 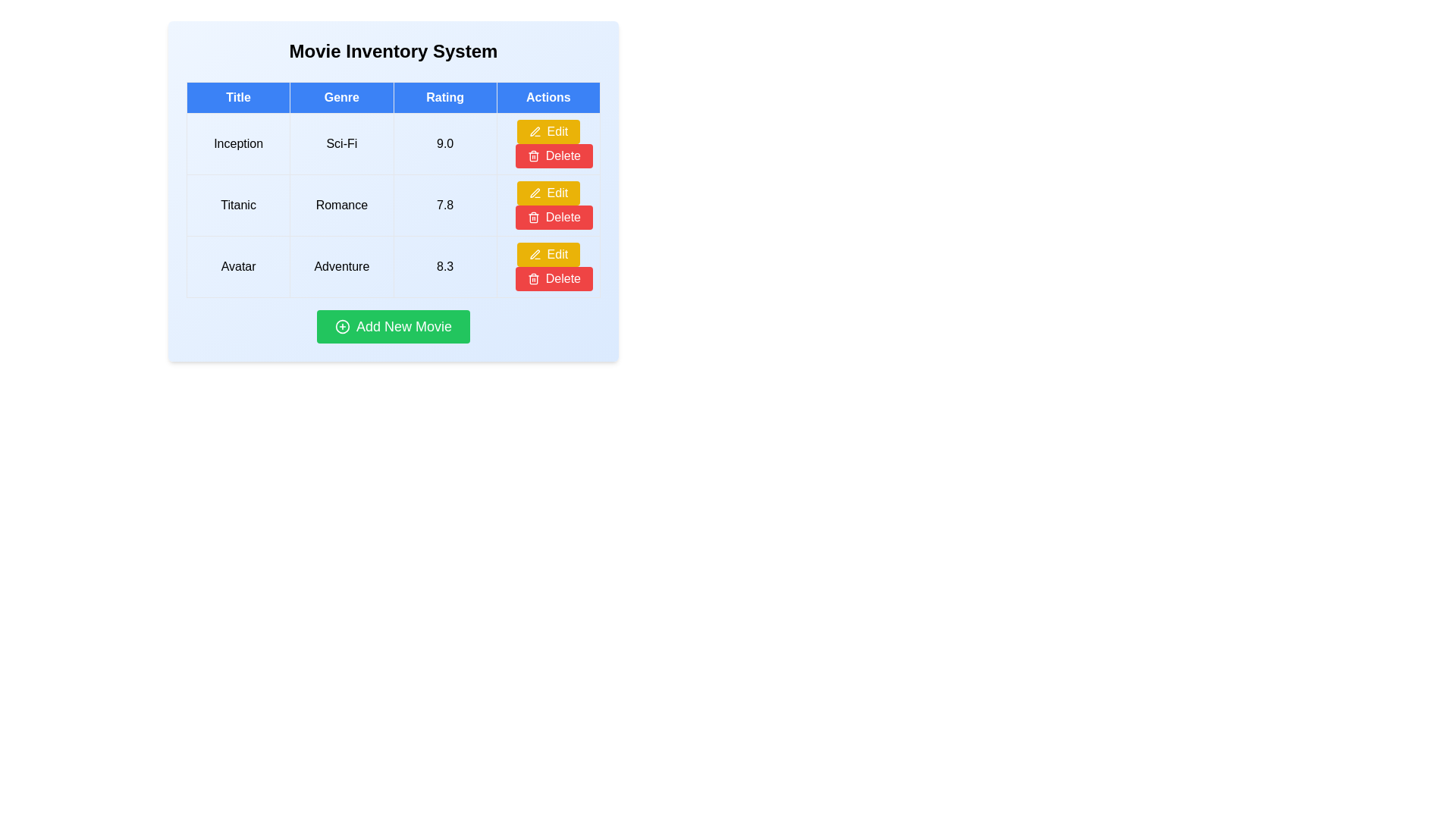 What do you see at coordinates (535, 253) in the screenshot?
I see `the small pen icon located in the third row under the 'Actions' column, which is part of the yellow 'Edit' button next to the text 'Edit'` at bounding box center [535, 253].